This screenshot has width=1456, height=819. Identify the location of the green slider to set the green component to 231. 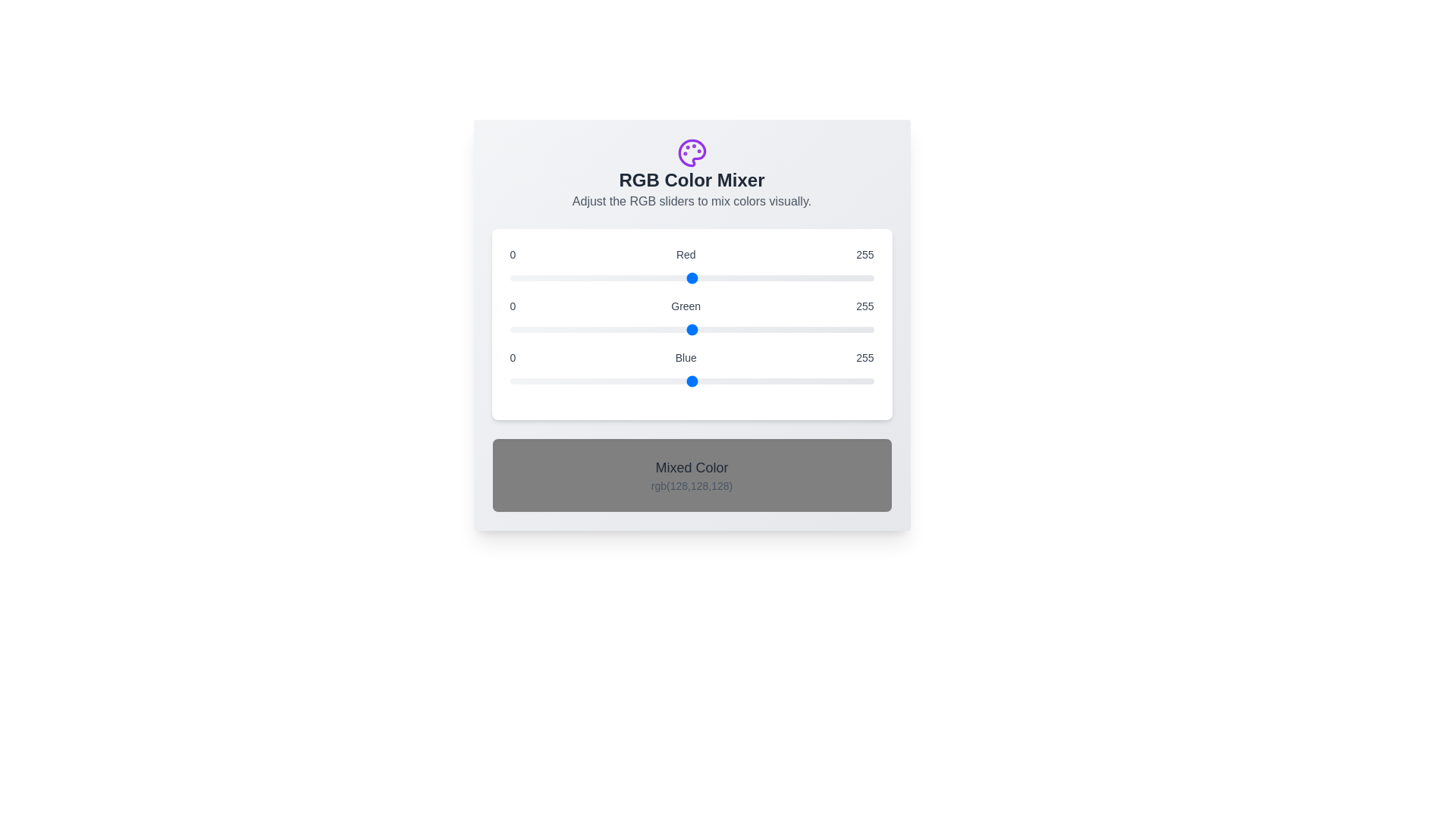
(839, 329).